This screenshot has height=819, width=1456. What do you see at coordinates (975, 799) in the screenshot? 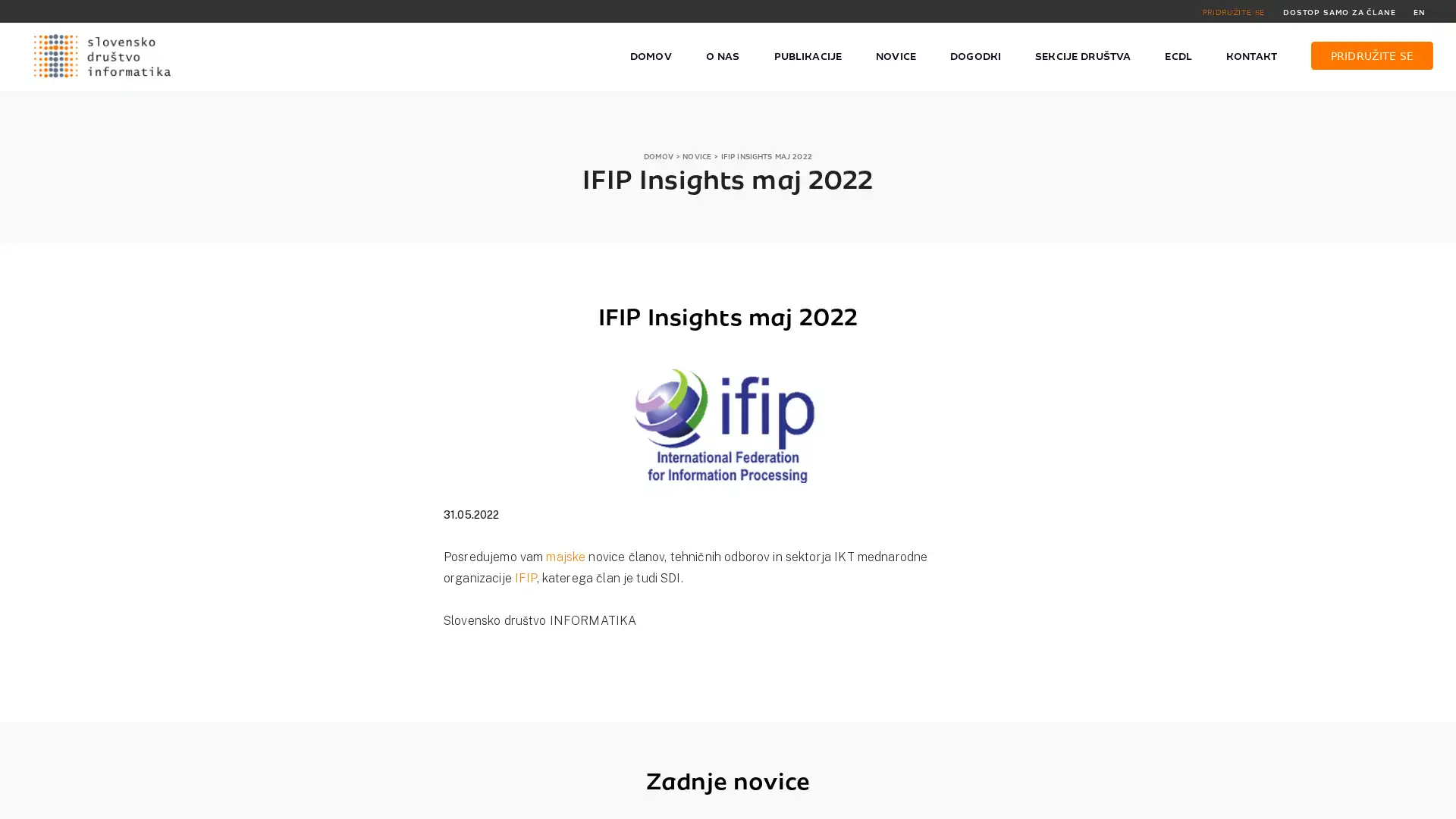
I see `Sprejmi piskotke` at bounding box center [975, 799].